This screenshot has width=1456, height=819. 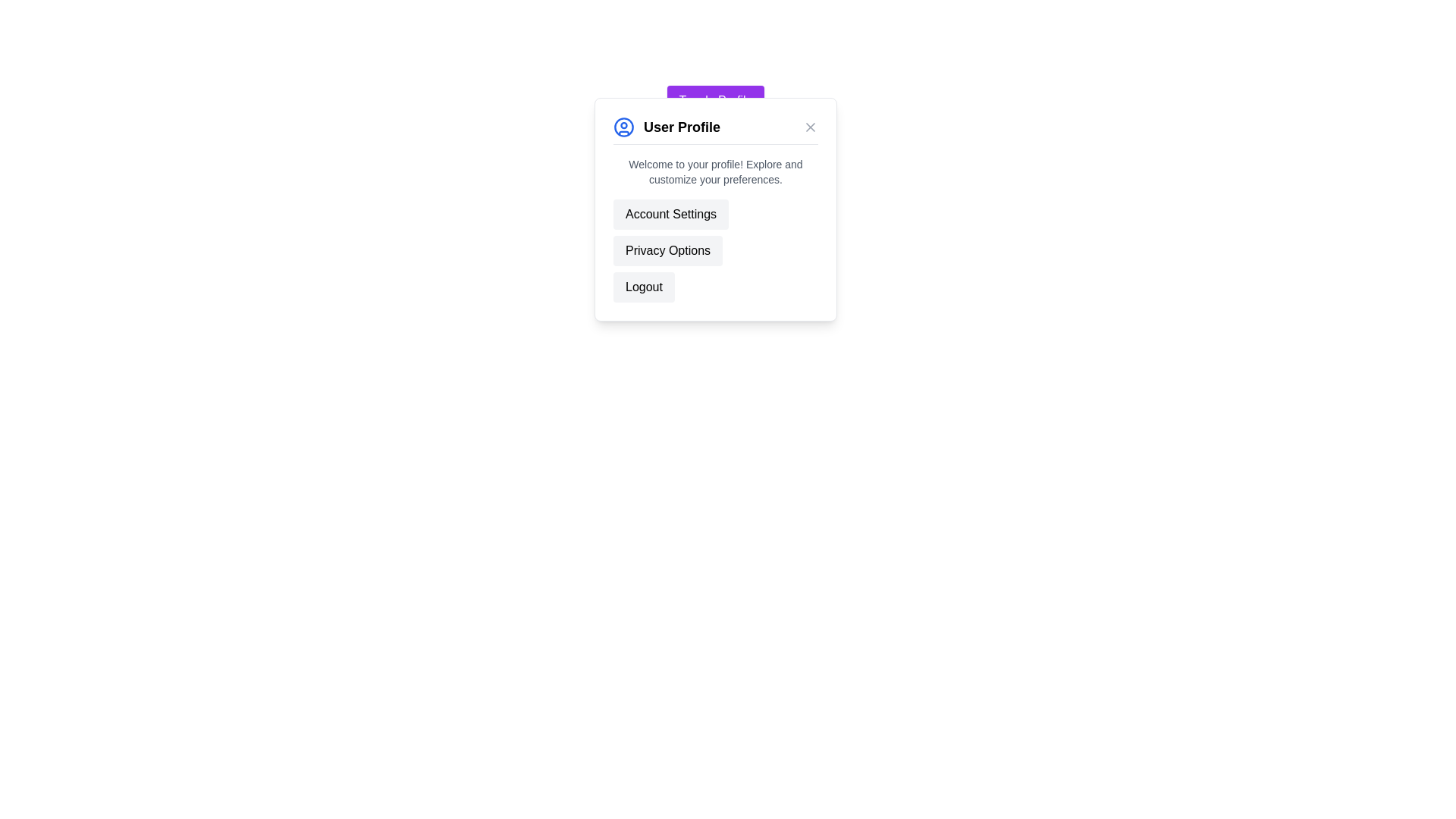 I want to click on the 'Privacy Options' button, which is the second item in the vertical list under the 'User Profile' section, so click(x=667, y=250).